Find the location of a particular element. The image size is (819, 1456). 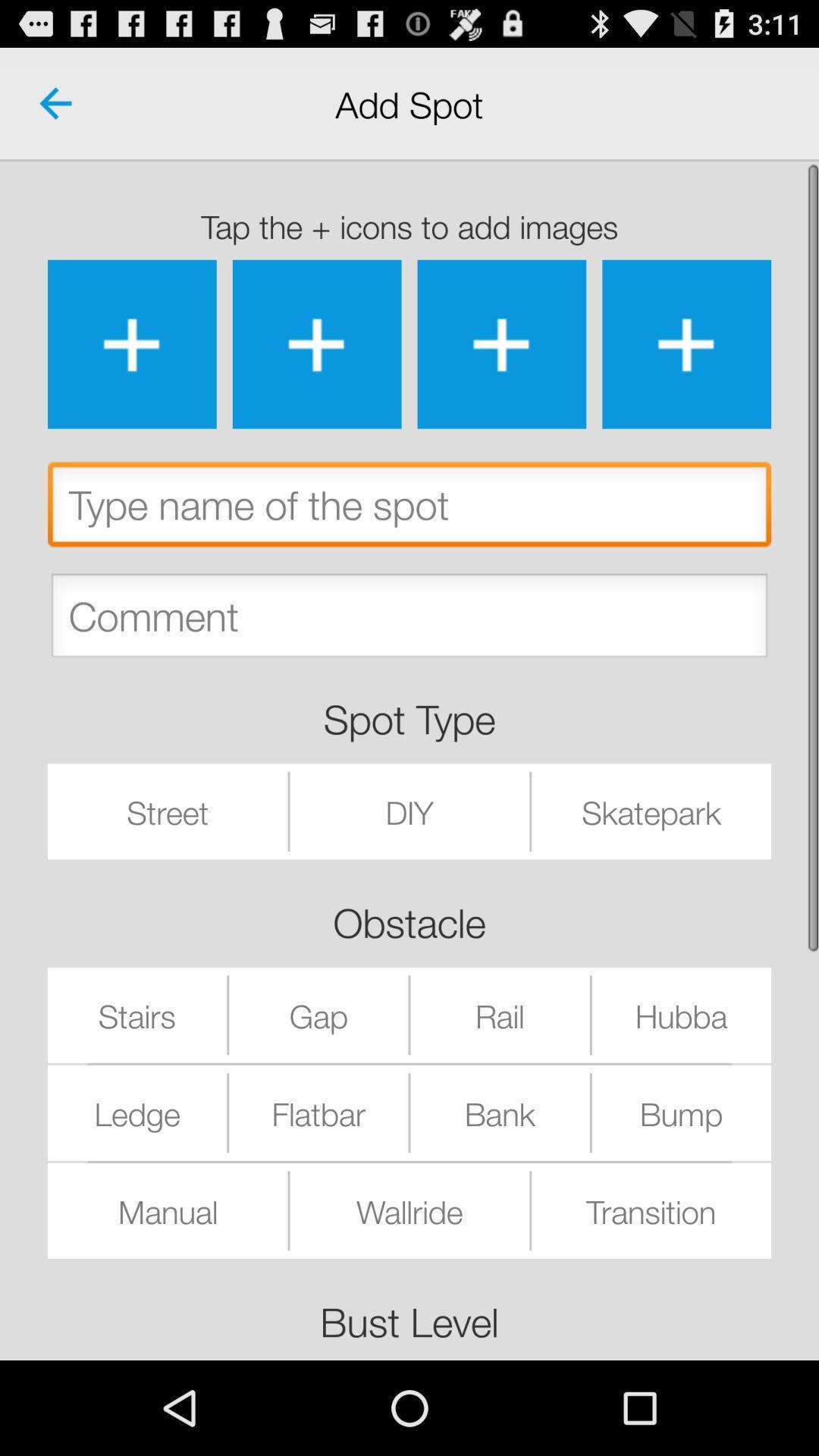

stairs icon is located at coordinates (137, 1015).